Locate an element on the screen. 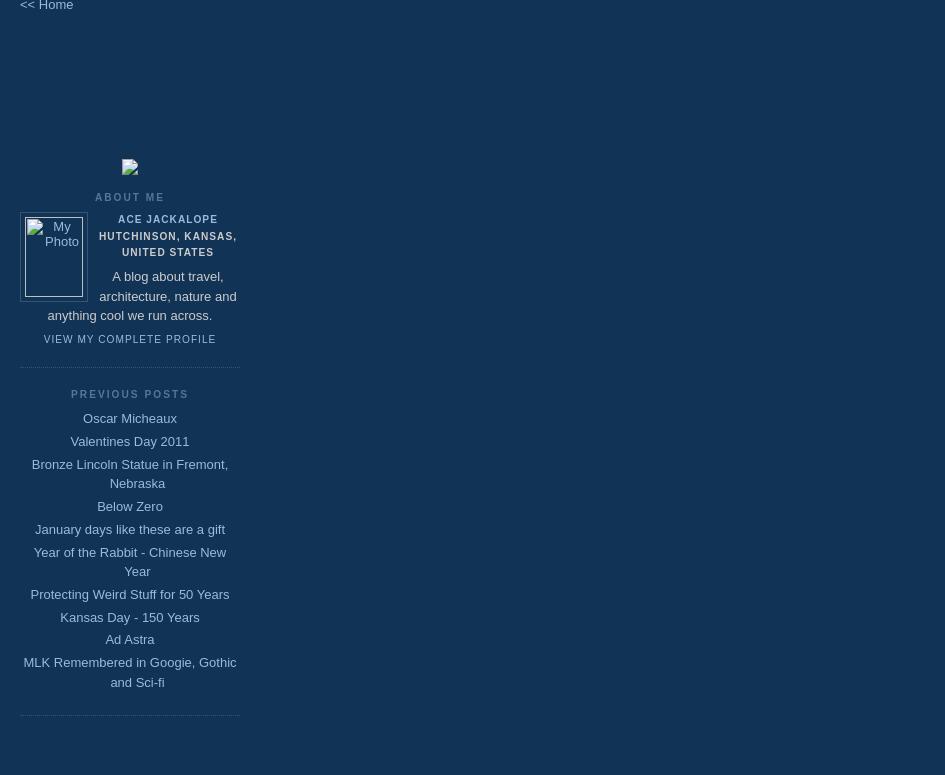 Image resolution: width=945 pixels, height=775 pixels. 'About Me' is located at coordinates (128, 196).